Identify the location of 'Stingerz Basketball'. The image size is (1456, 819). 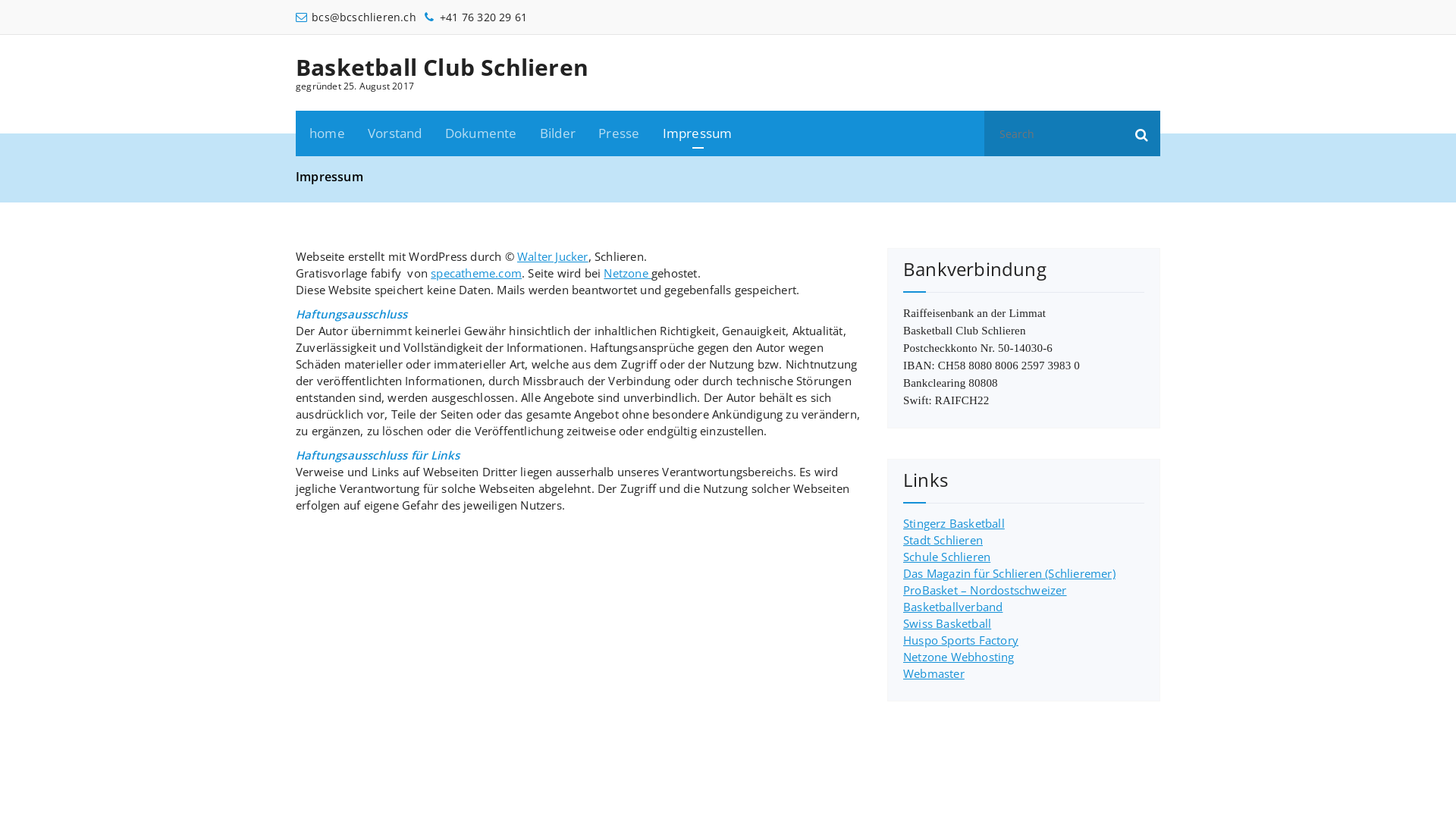
(952, 522).